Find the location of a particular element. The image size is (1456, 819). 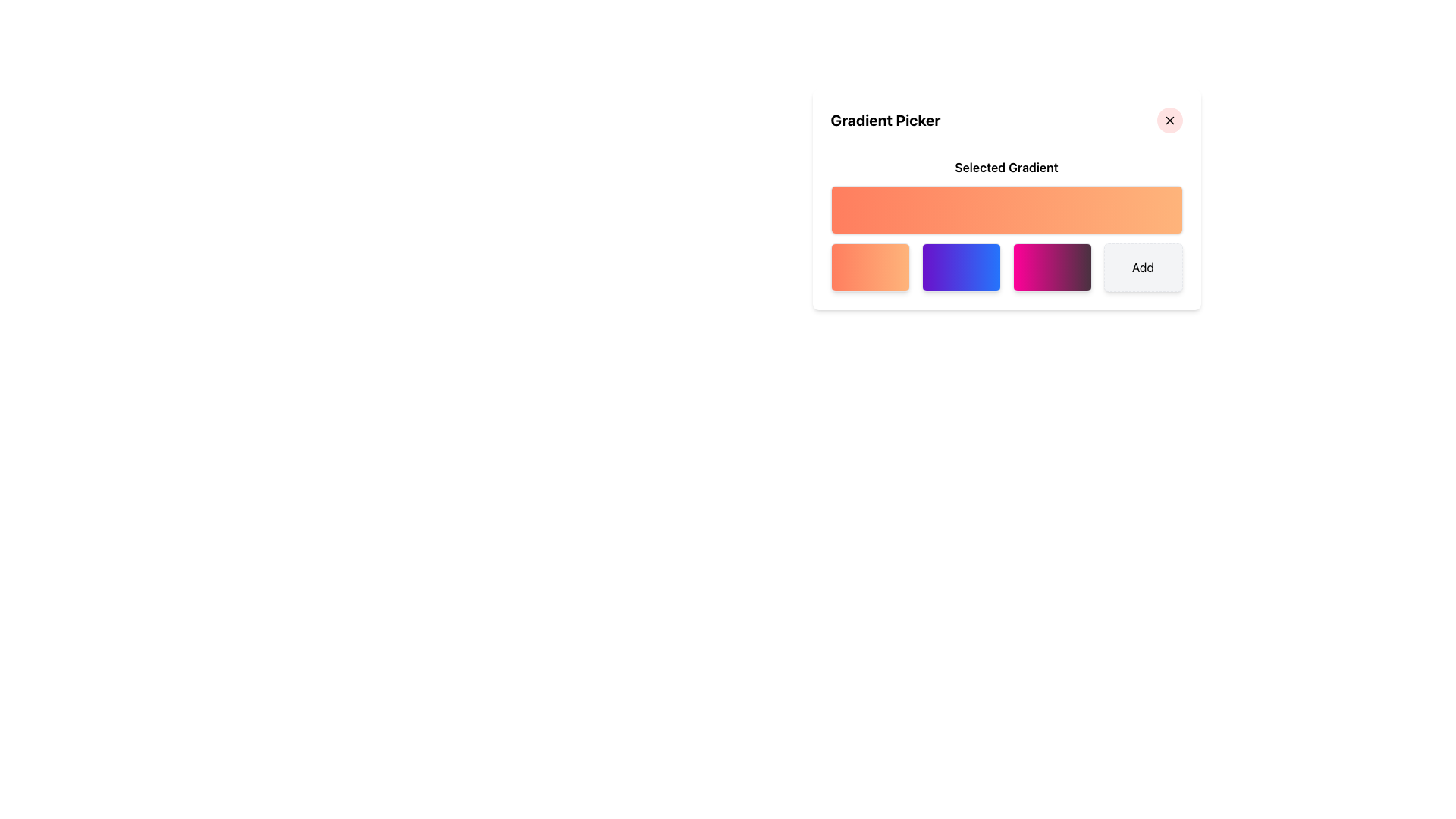

the gradient display area within the 'Gradient Picker' card, which visually shows the selected gradient style is located at coordinates (1006, 195).